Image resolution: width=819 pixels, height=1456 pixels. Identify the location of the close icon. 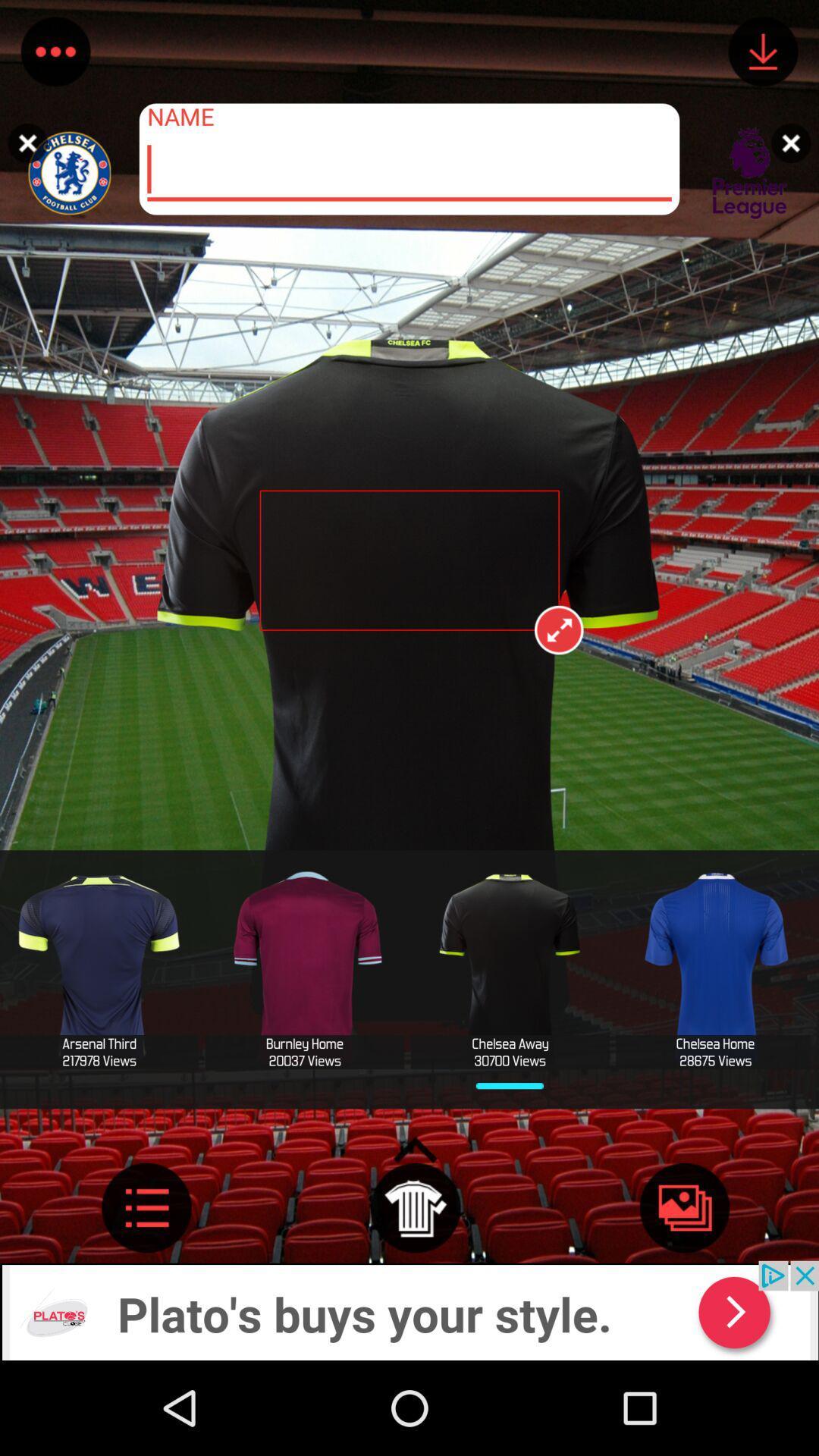
(794, 143).